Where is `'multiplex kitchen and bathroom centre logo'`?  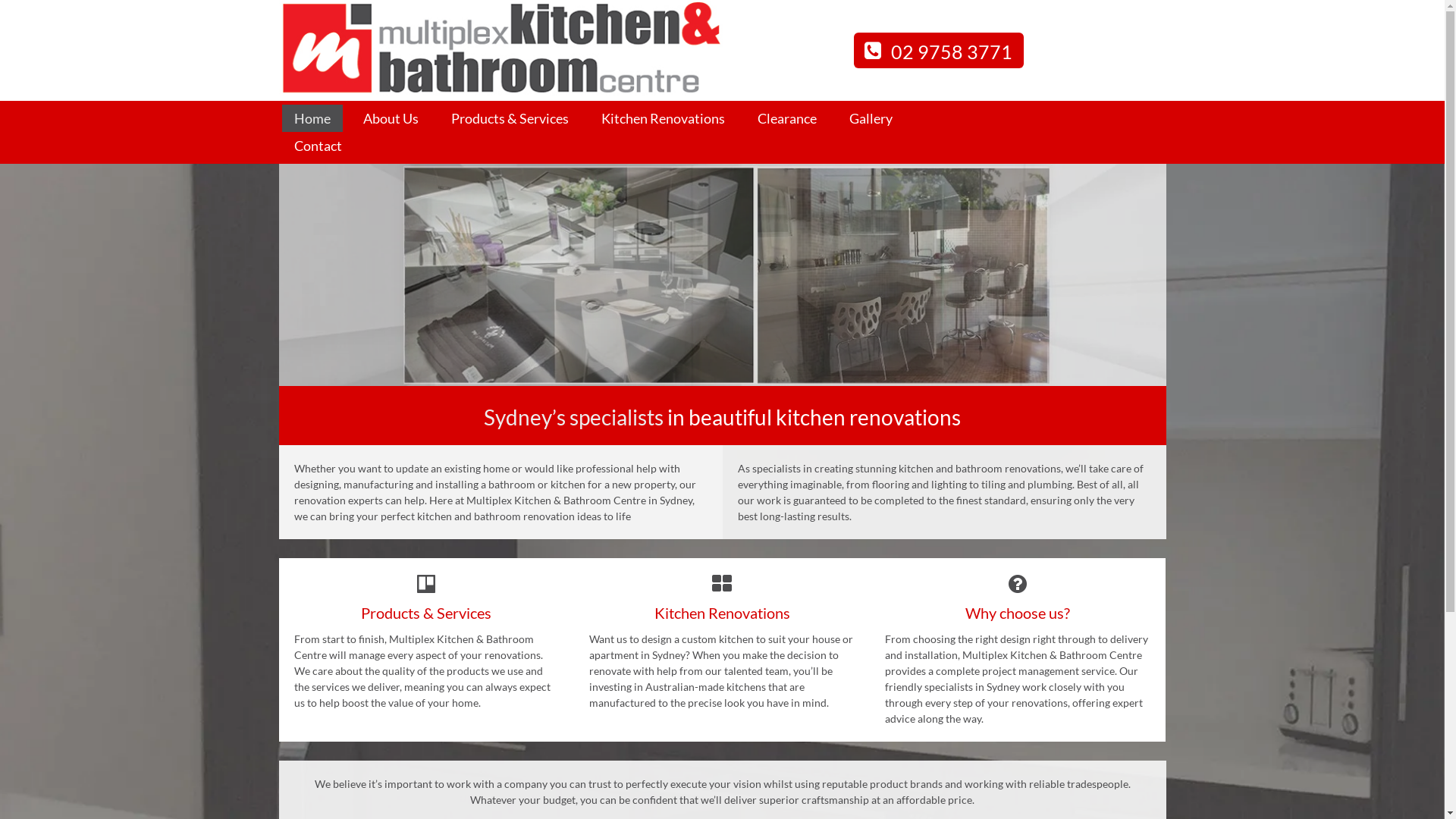
'multiplex kitchen and bathroom centre logo' is located at coordinates (500, 48).